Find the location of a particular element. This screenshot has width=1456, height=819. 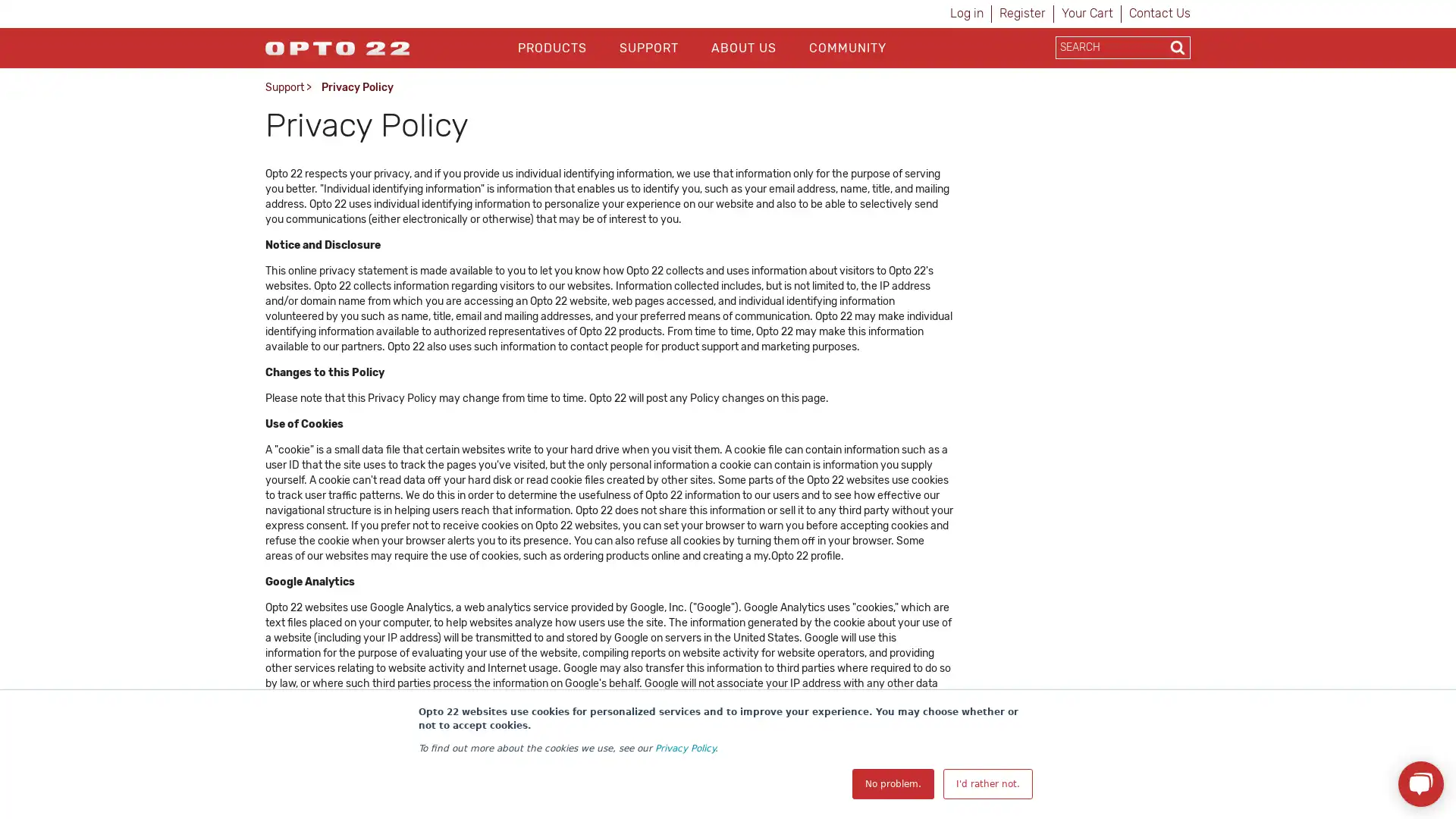

I'd rather not. is located at coordinates (987, 783).